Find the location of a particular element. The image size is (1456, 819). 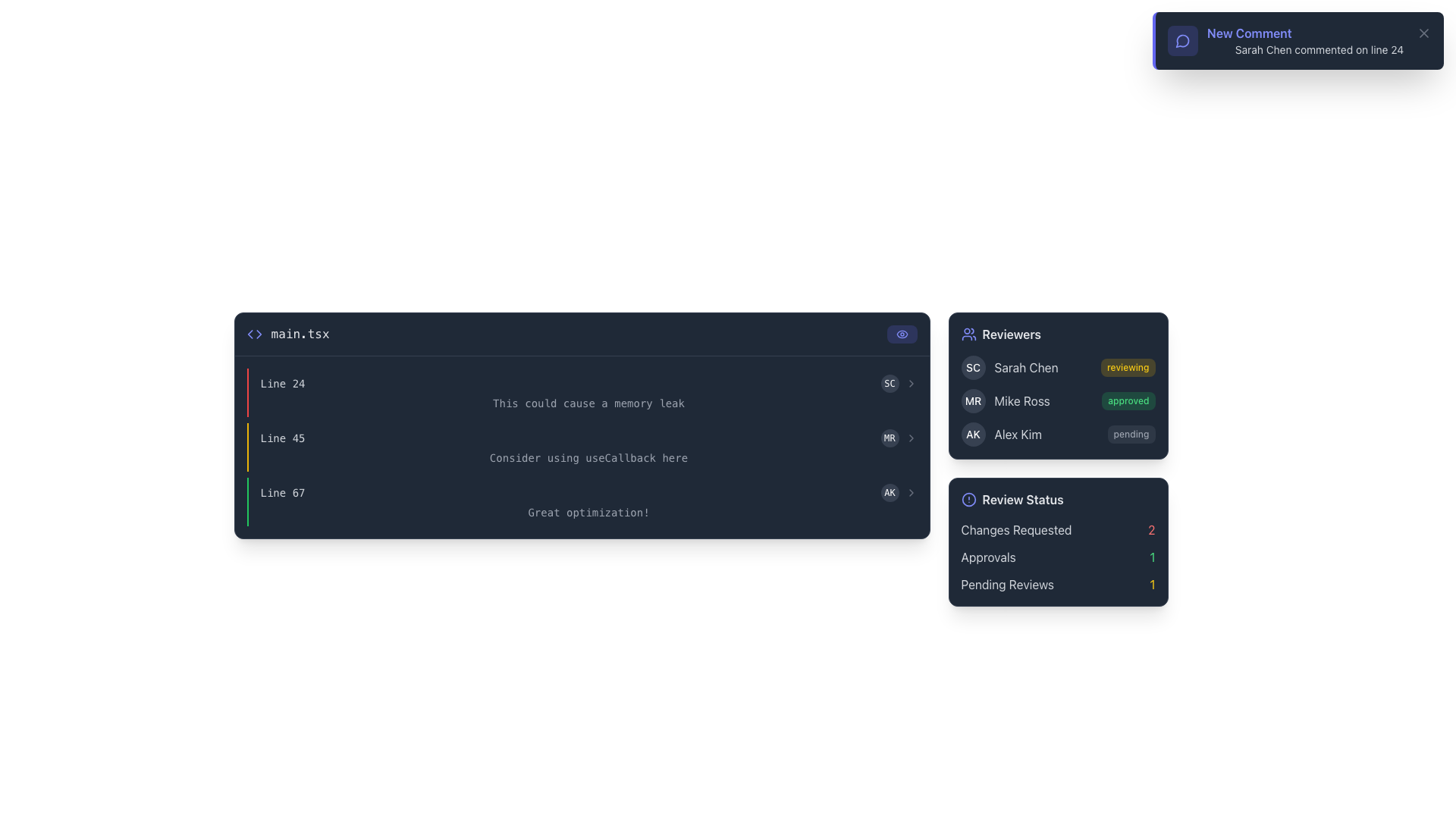

the circular avatar icon with dark gray background and white text containing the initials 'SC', located to the left of 'Sarah Chen' in the 'Reviewers' section is located at coordinates (973, 368).